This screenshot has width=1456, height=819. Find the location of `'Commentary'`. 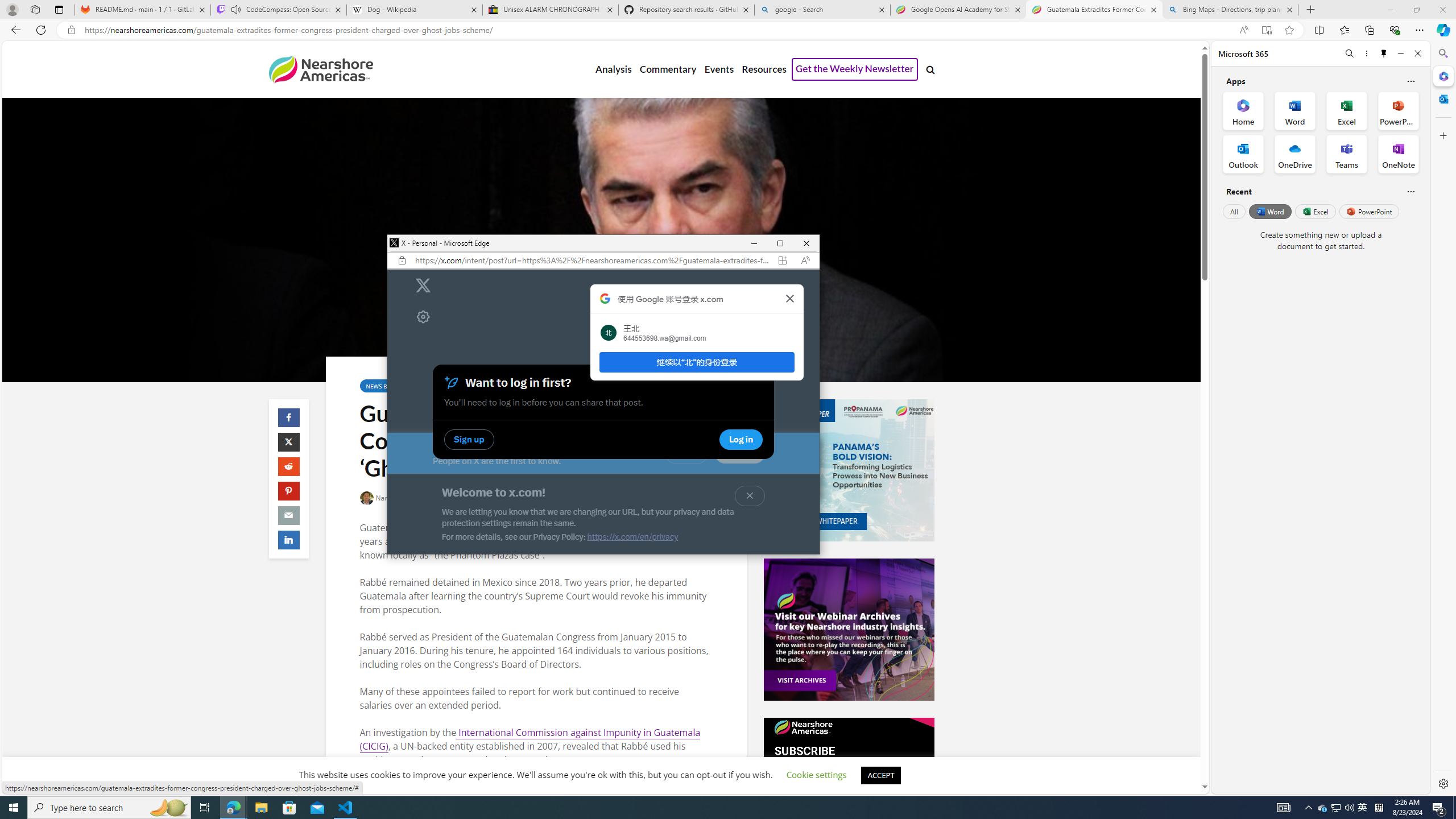

'Commentary' is located at coordinates (667, 69).